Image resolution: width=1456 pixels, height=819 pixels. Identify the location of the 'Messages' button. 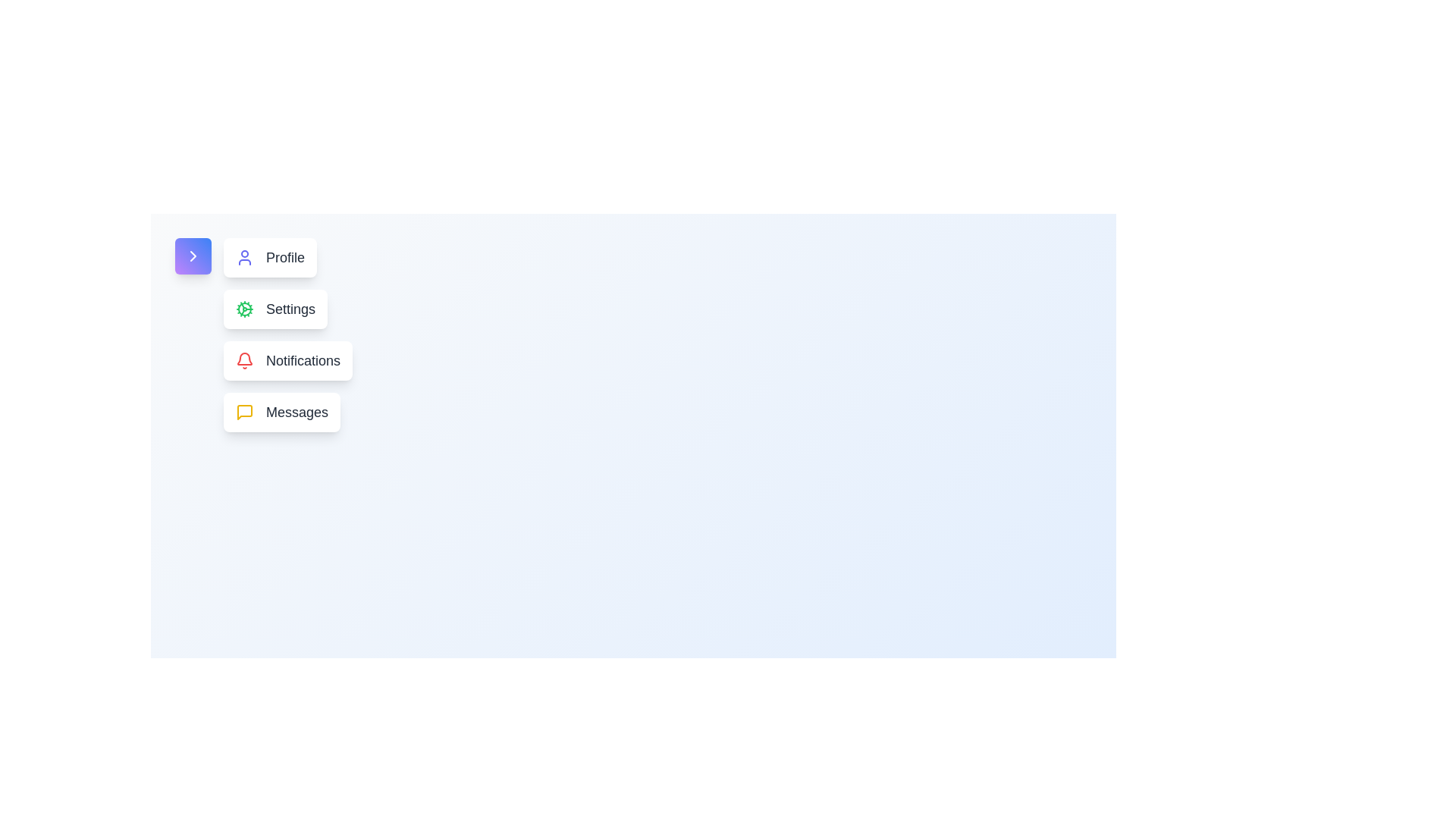
(282, 412).